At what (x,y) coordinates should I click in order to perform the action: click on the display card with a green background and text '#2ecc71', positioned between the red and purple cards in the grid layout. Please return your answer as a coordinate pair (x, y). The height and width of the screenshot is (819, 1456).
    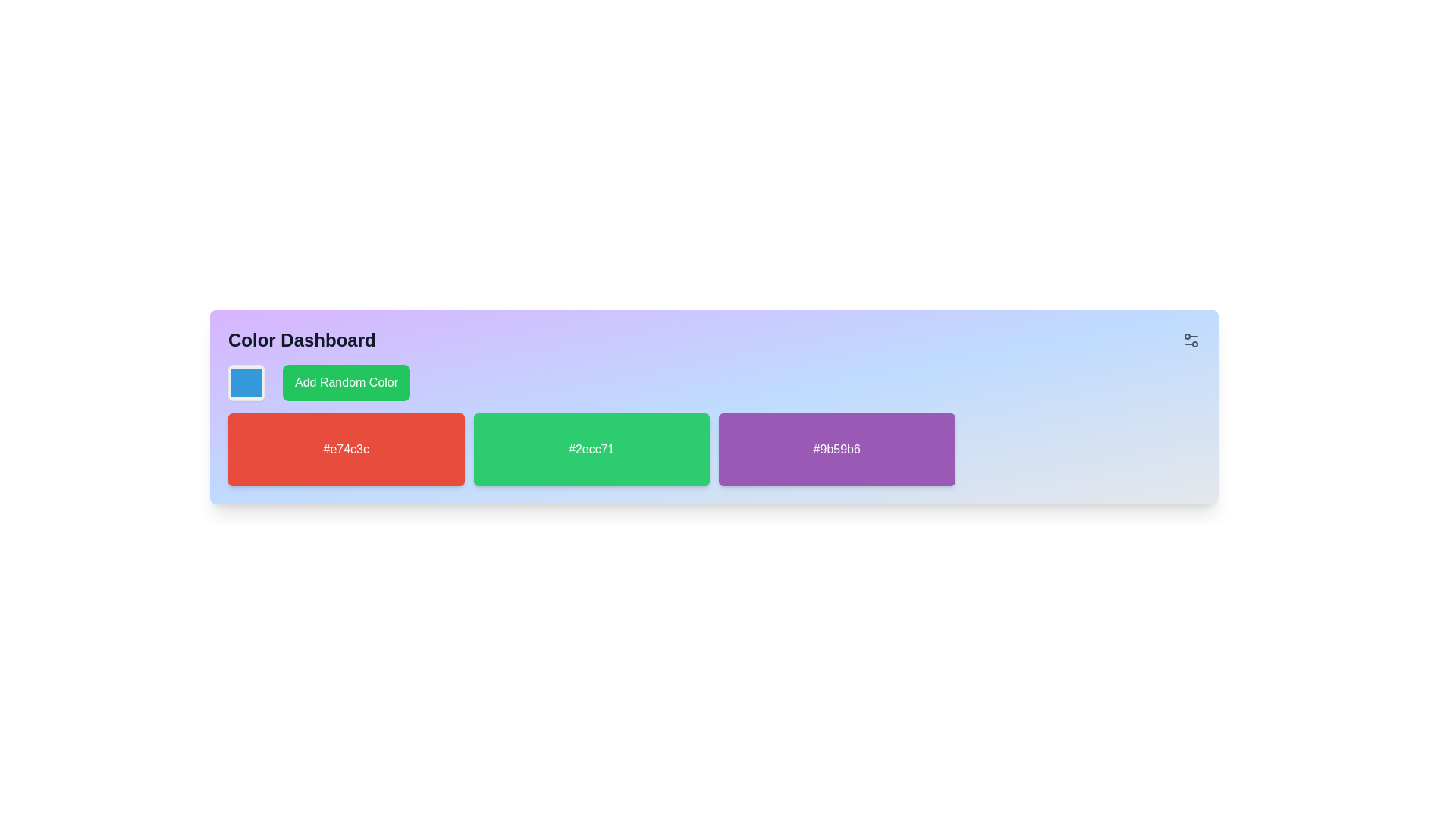
    Looking at the image, I should click on (591, 449).